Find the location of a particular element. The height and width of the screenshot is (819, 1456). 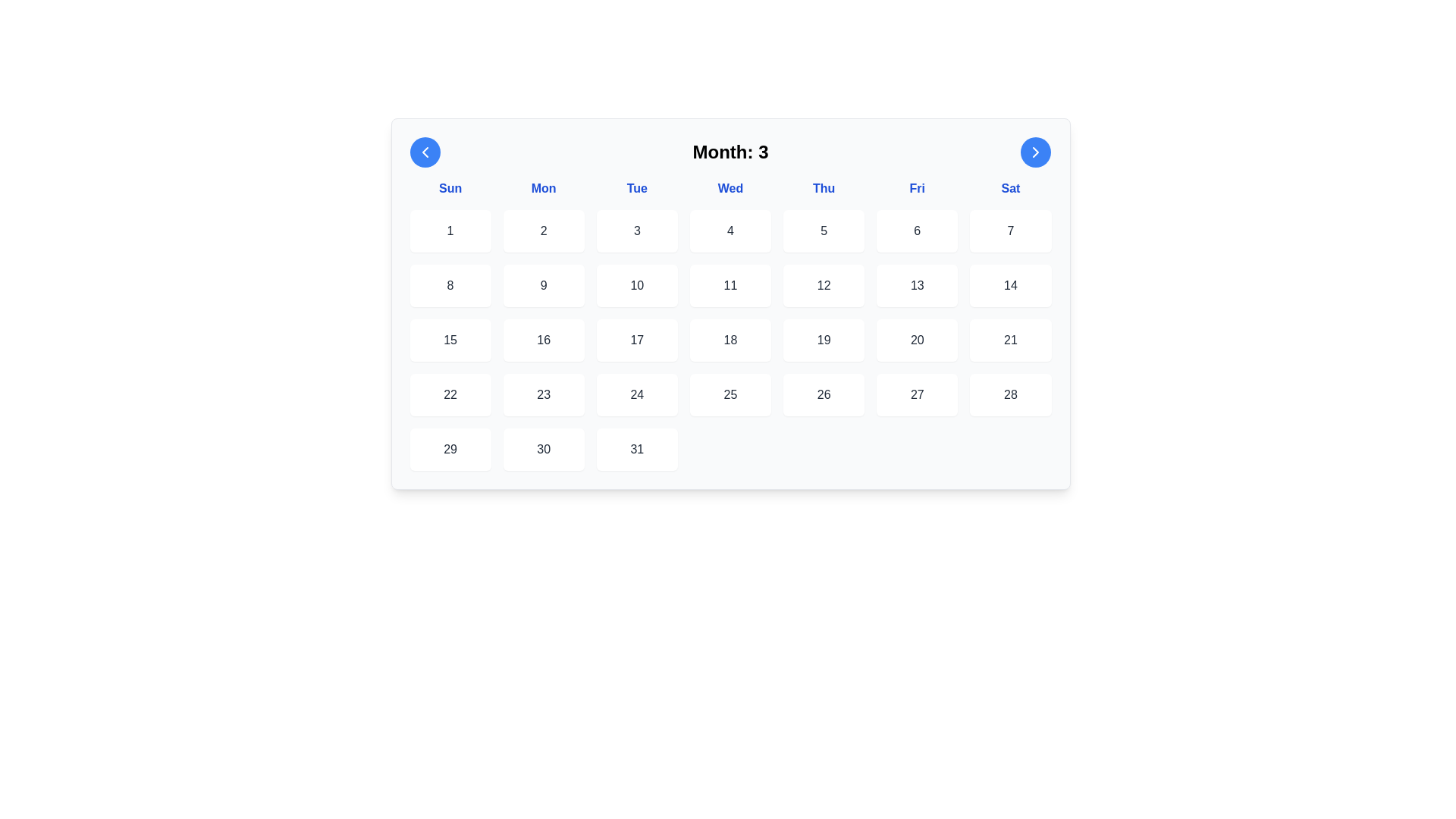

the Text Label indicating Tuesday in the calendar interface, which is the third label in a sequence of seven weekday labels is located at coordinates (637, 188).